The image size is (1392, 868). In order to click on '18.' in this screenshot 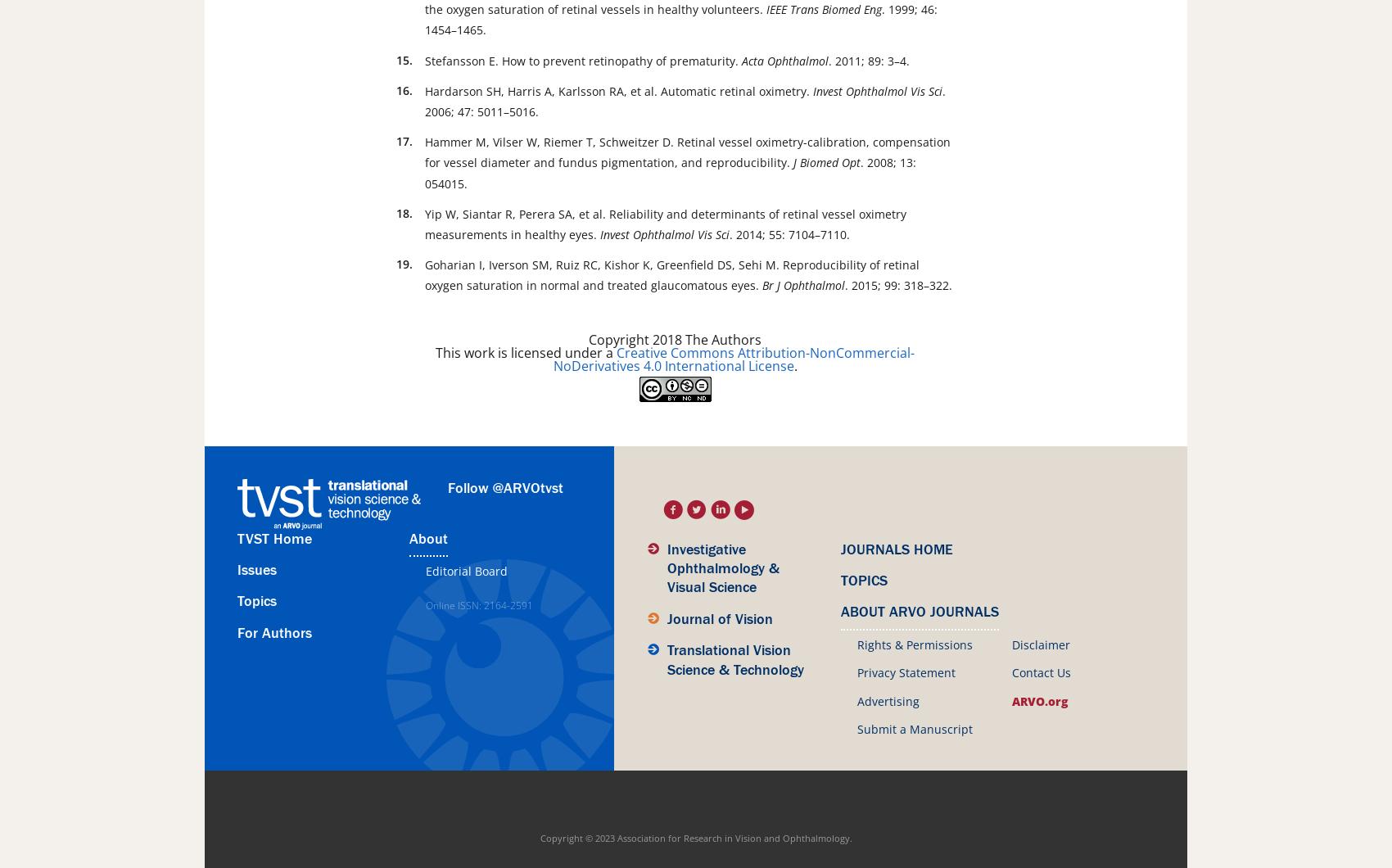, I will do `click(395, 211)`.